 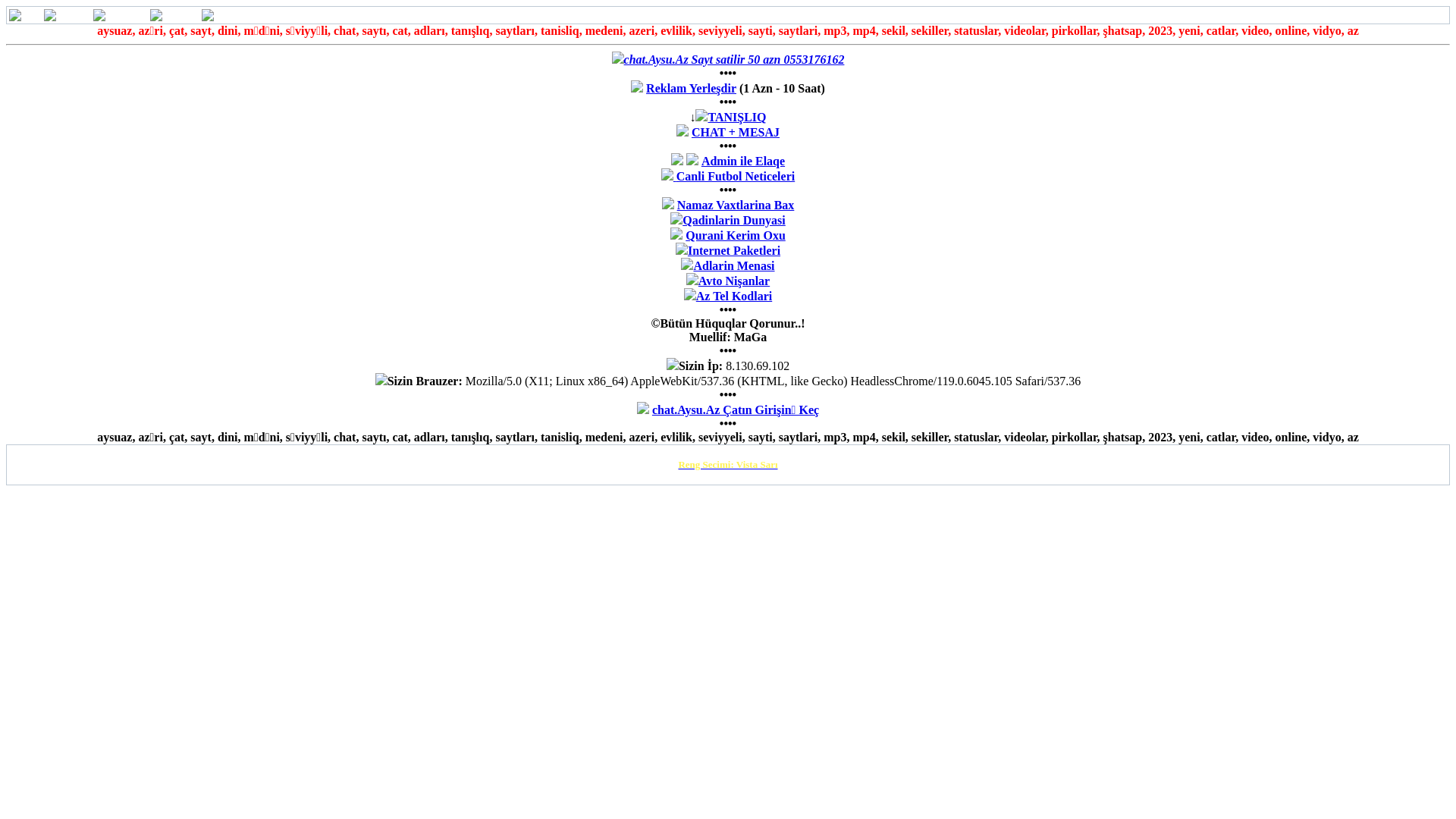 I want to click on 'Internet Paketleri', so click(x=734, y=249).